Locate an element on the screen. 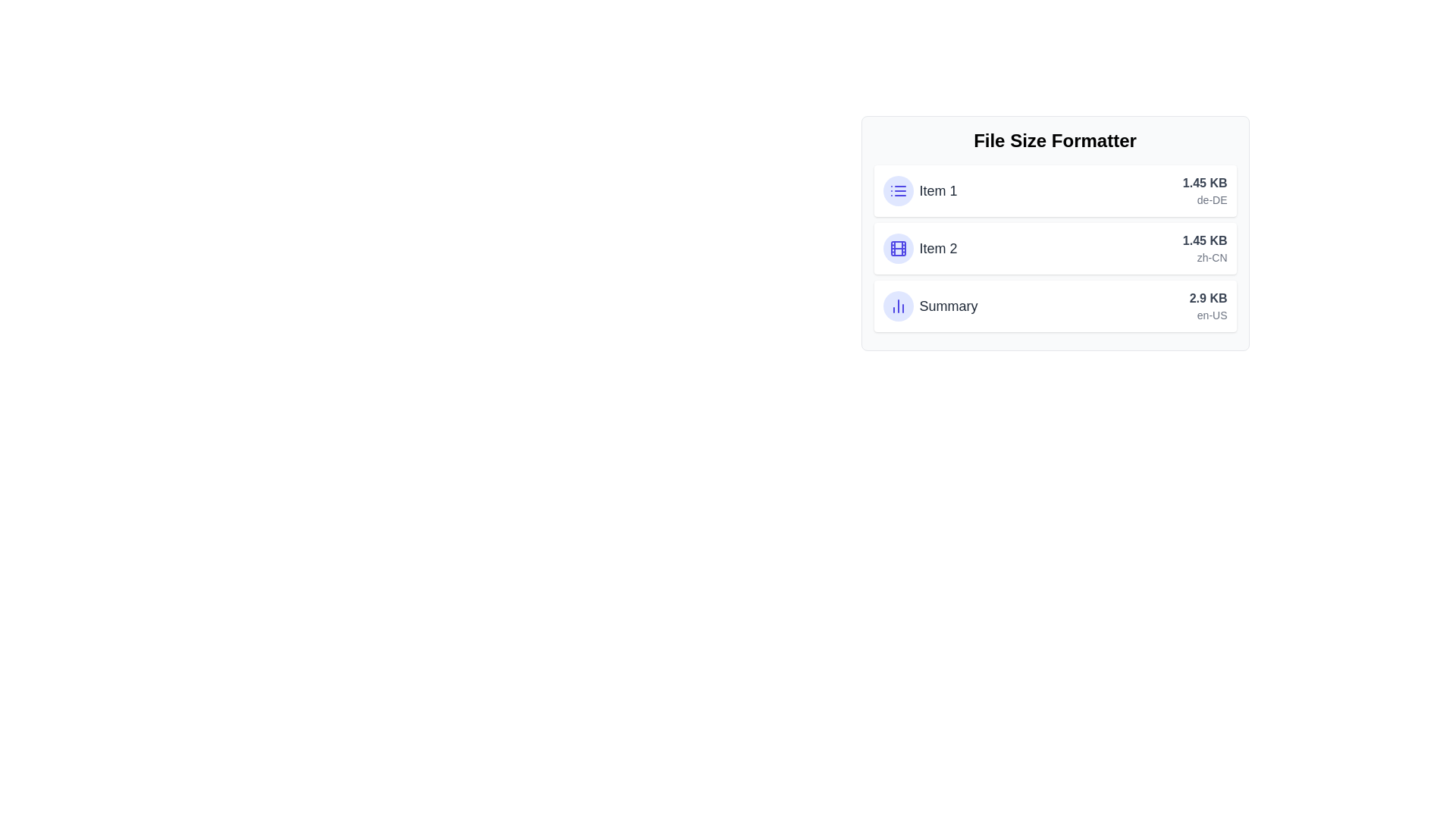 Image resolution: width=1456 pixels, height=819 pixels. the indigo-colored list icon, which is styled as three horizontal lines with small dots next to them, located at the top-left of the icons column preceding 'Item 1' is located at coordinates (898, 190).